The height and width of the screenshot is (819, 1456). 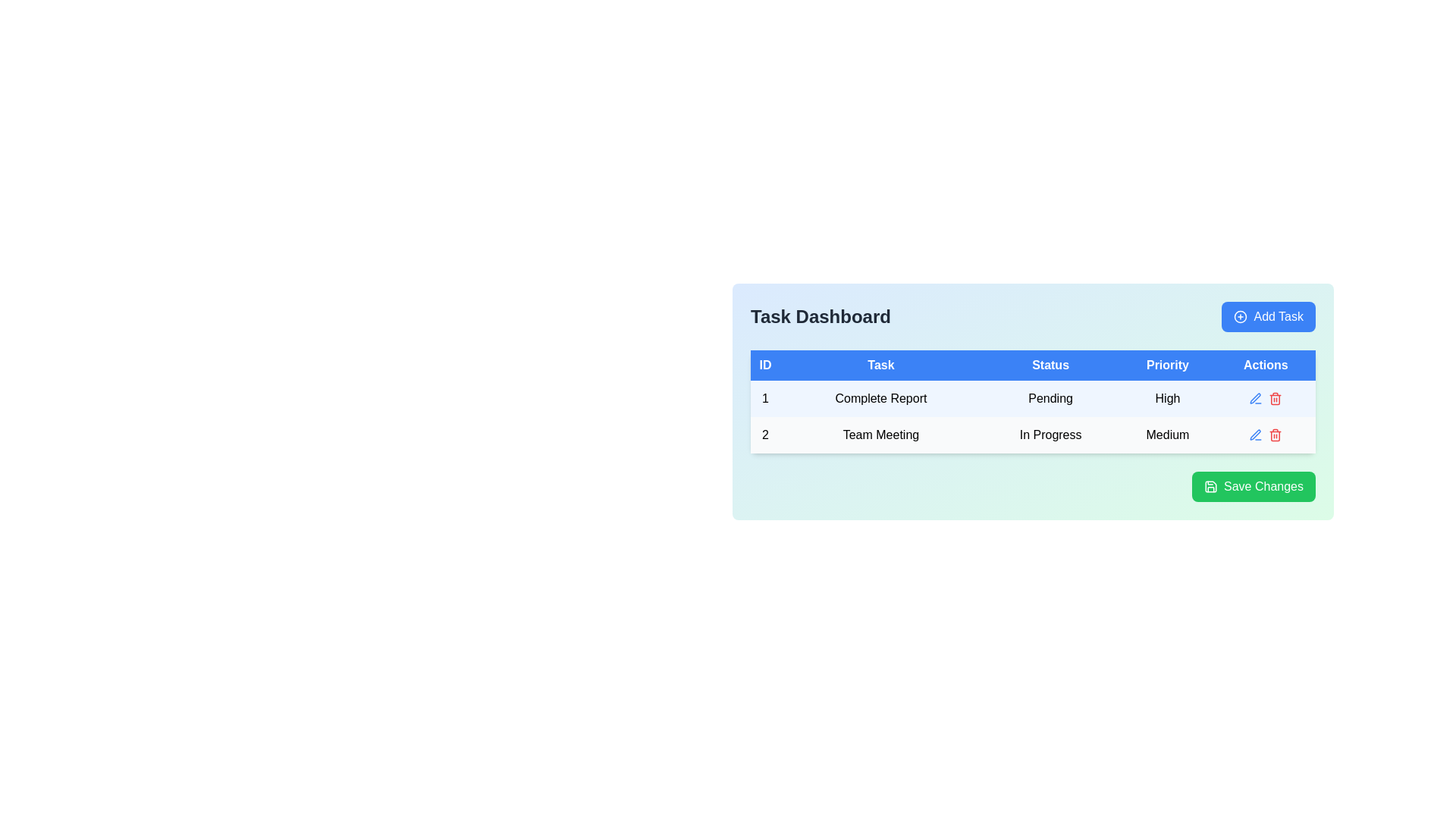 I want to click on the static text label displaying 'Medium' in the fourth column of the second row of the table under the 'Priority' section of the Team Meeting dashboard, so click(x=1167, y=435).